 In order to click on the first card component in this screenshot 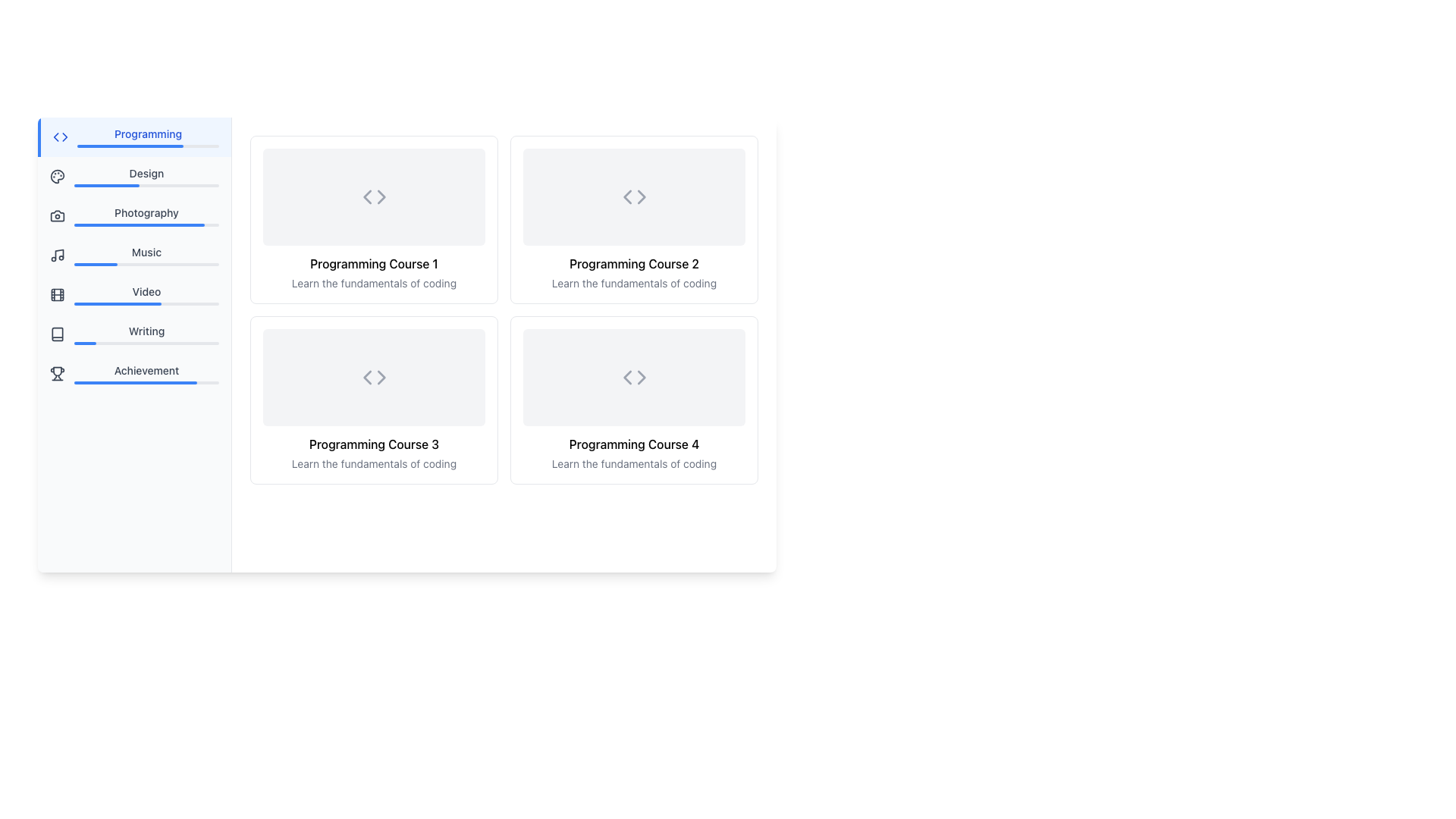, I will do `click(374, 219)`.